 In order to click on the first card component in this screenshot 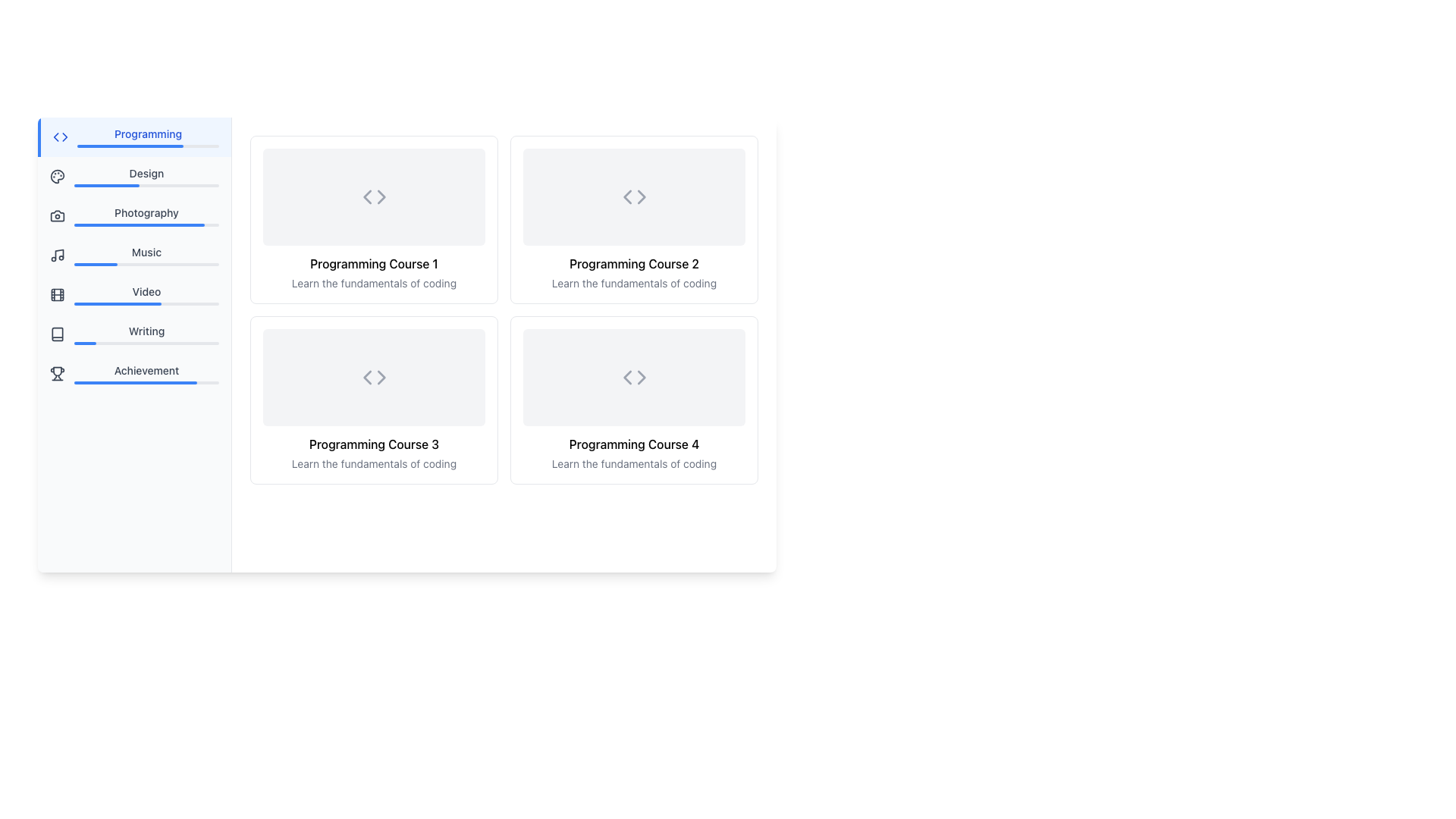, I will do `click(374, 219)`.